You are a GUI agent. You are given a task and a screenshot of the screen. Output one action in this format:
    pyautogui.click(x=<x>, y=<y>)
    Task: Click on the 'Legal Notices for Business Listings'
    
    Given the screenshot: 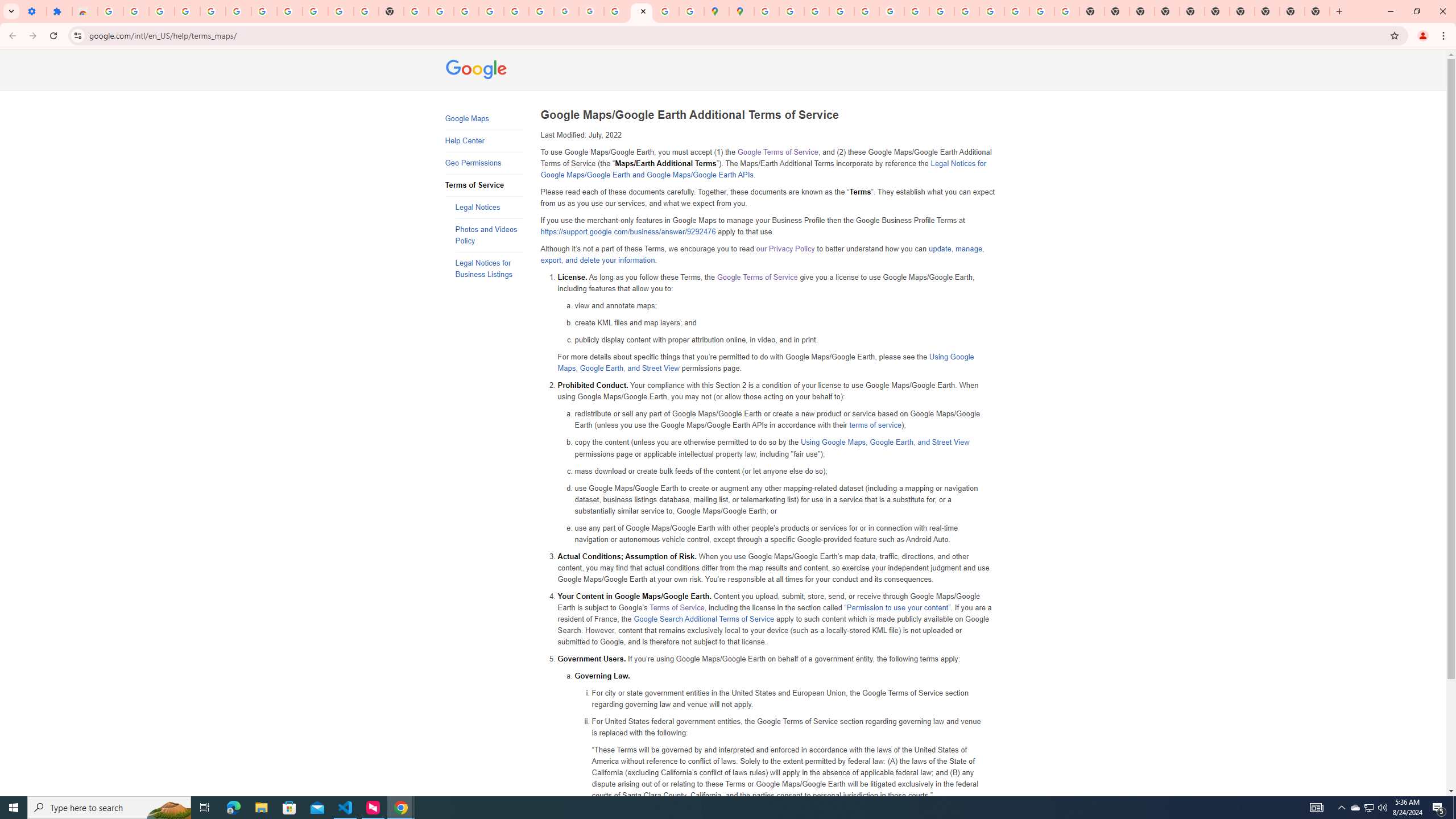 What is the action you would take?
    pyautogui.click(x=489, y=268)
    